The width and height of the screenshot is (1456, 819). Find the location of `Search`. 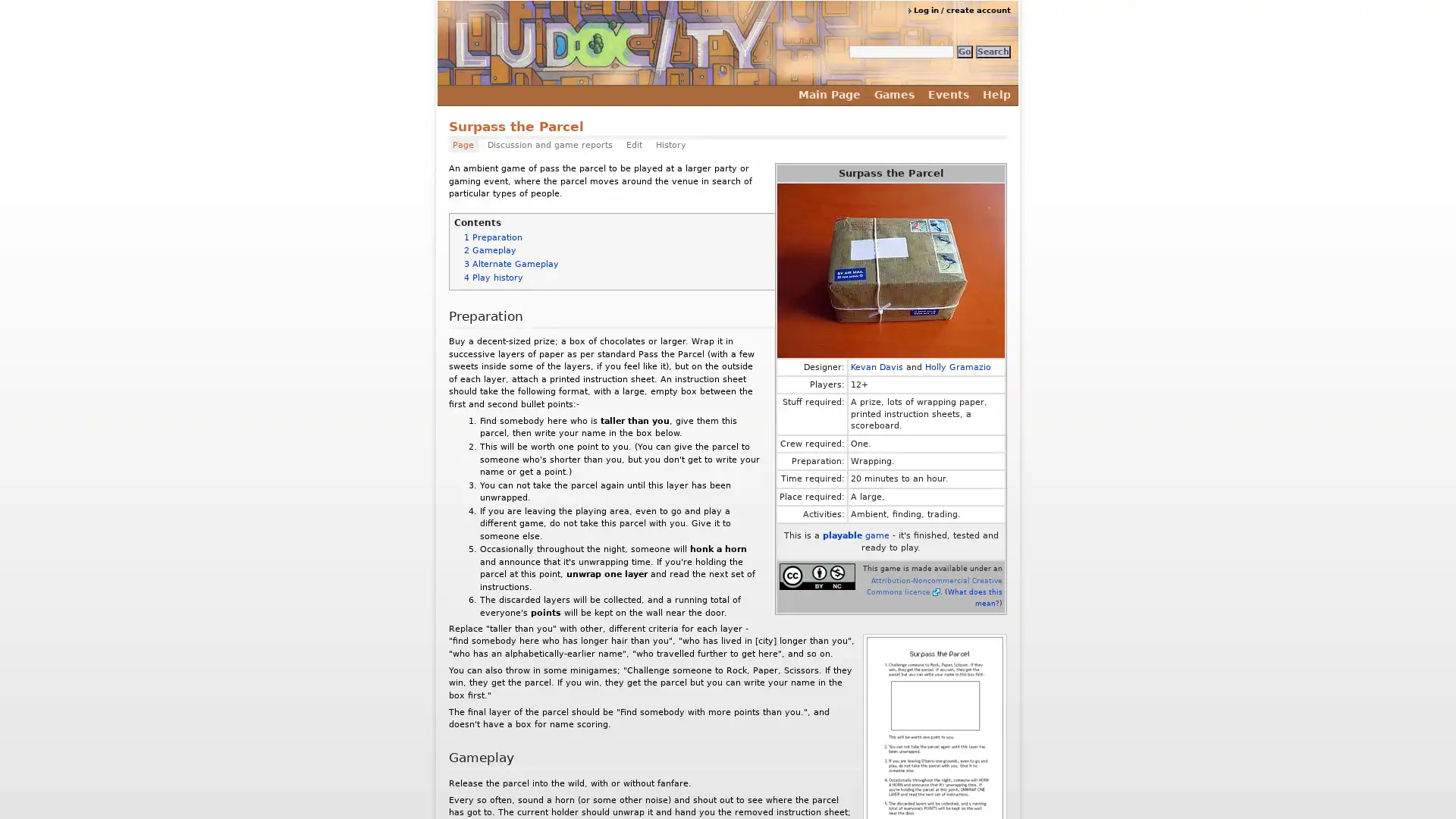

Search is located at coordinates (993, 51).